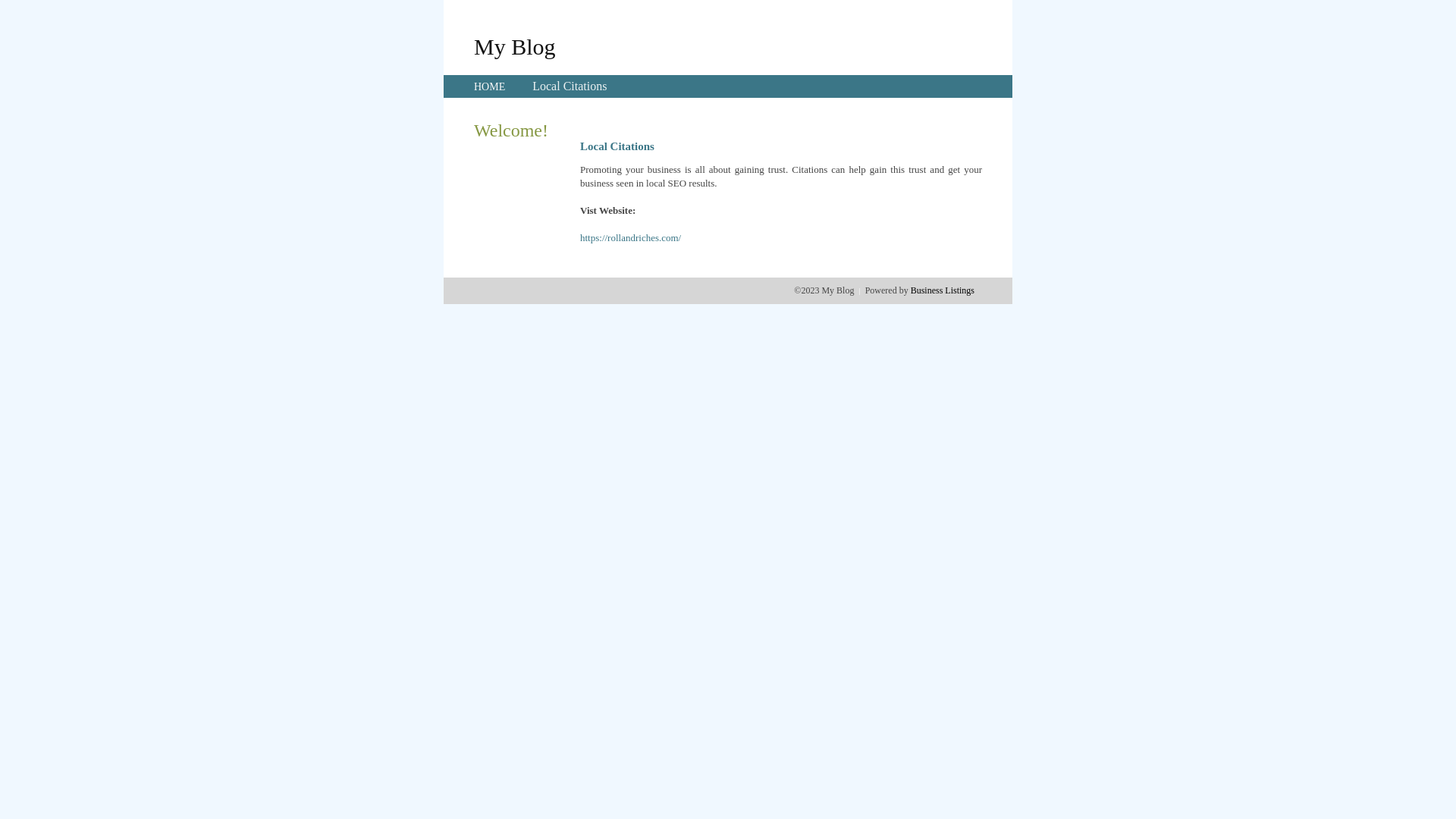 Image resolution: width=1456 pixels, height=819 pixels. Describe the element at coordinates (532, 86) in the screenshot. I see `'Local Citations'` at that location.